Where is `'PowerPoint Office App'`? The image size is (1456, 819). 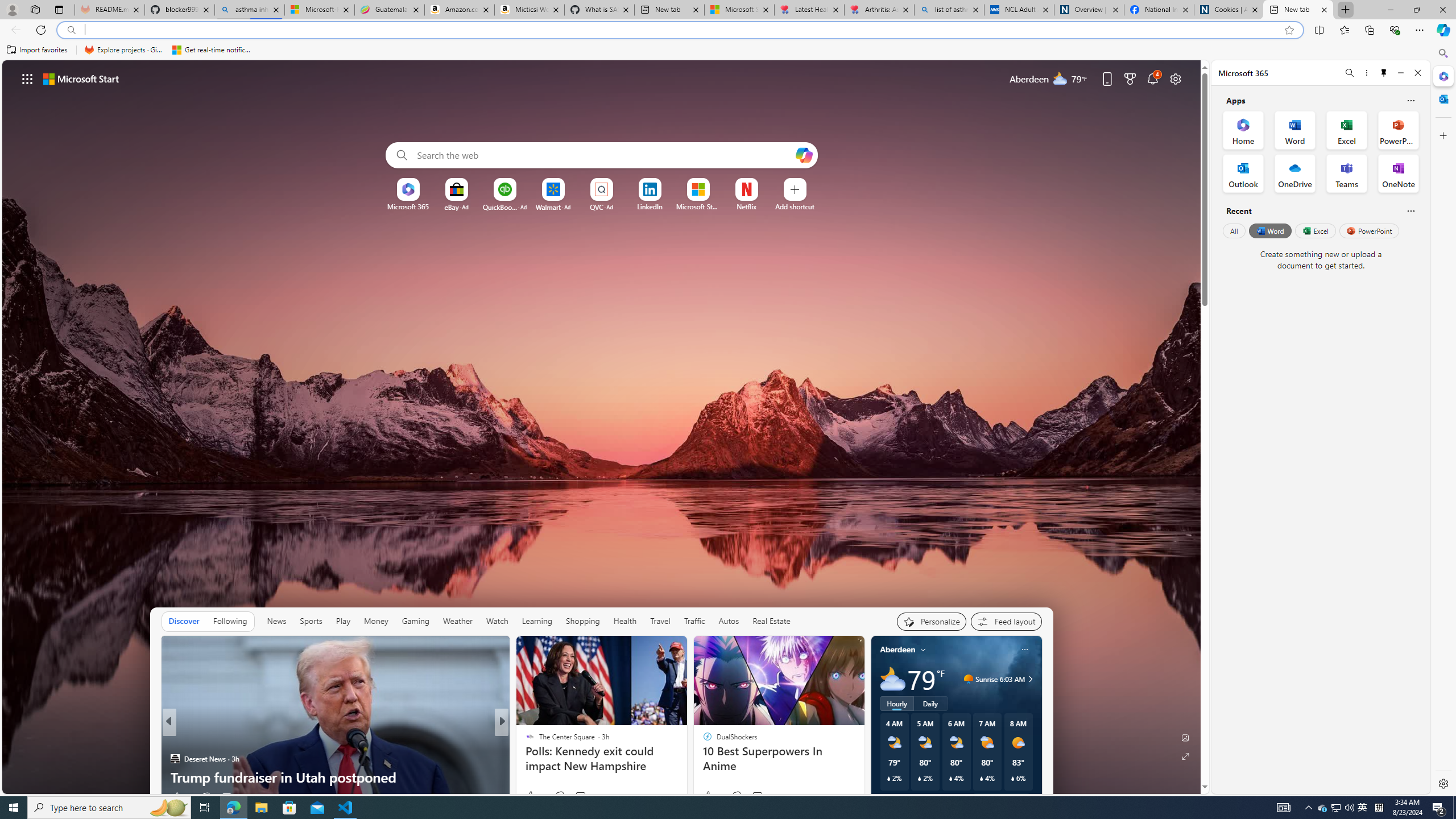 'PowerPoint Office App' is located at coordinates (1398, 129).